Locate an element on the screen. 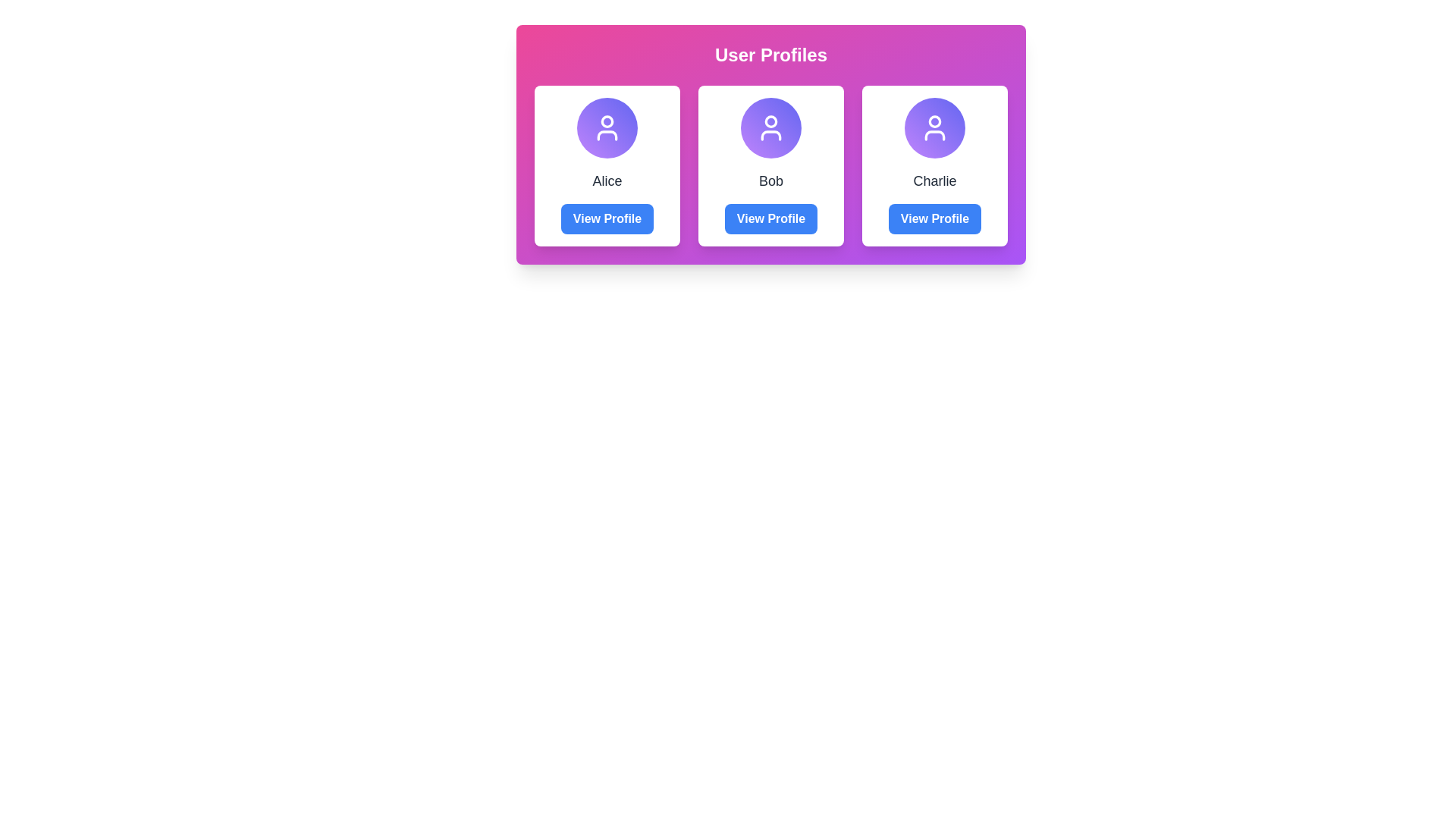  the button located at the bottom of the user profile card is located at coordinates (607, 219).